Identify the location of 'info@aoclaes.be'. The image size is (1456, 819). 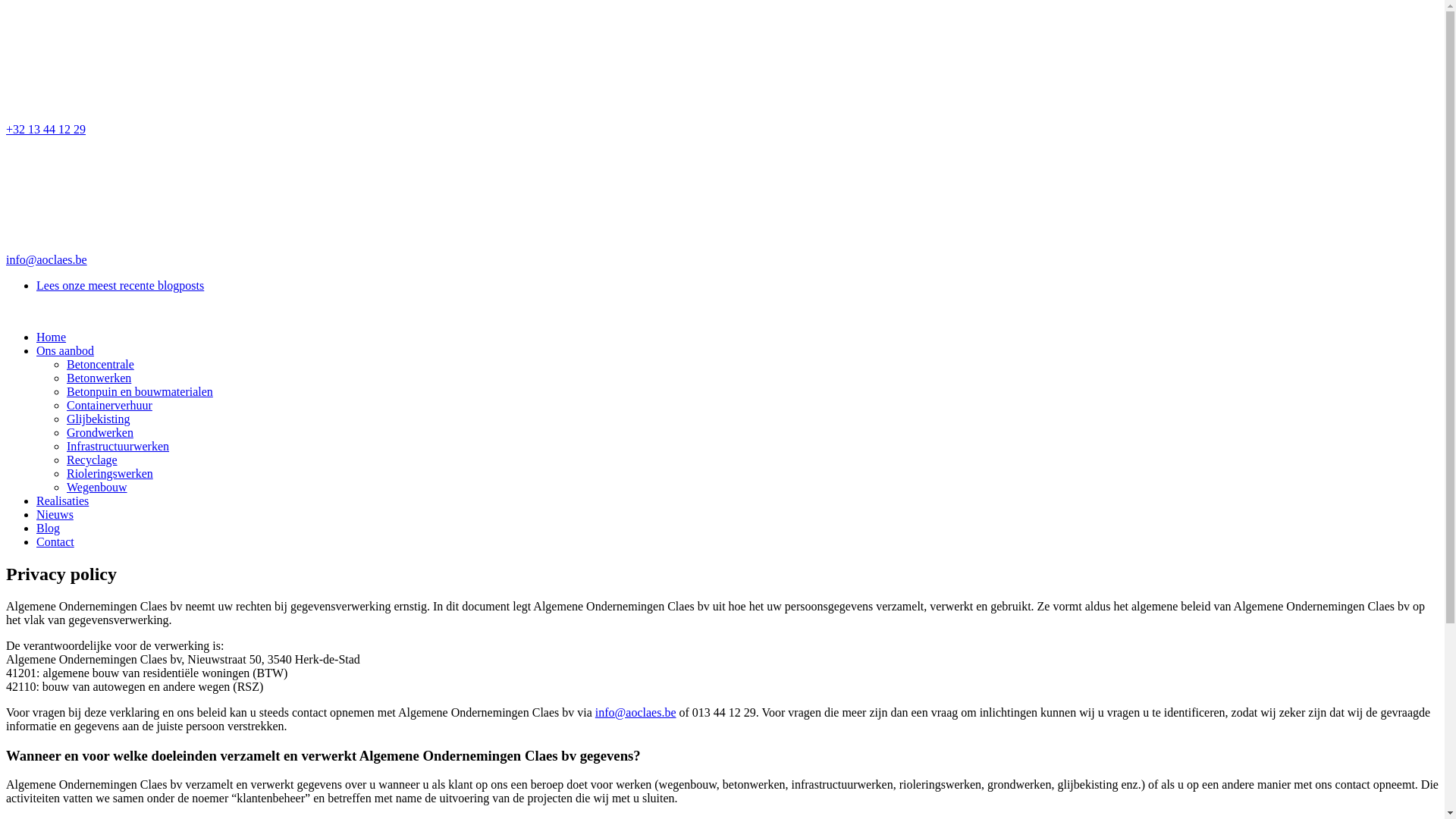
(6, 201).